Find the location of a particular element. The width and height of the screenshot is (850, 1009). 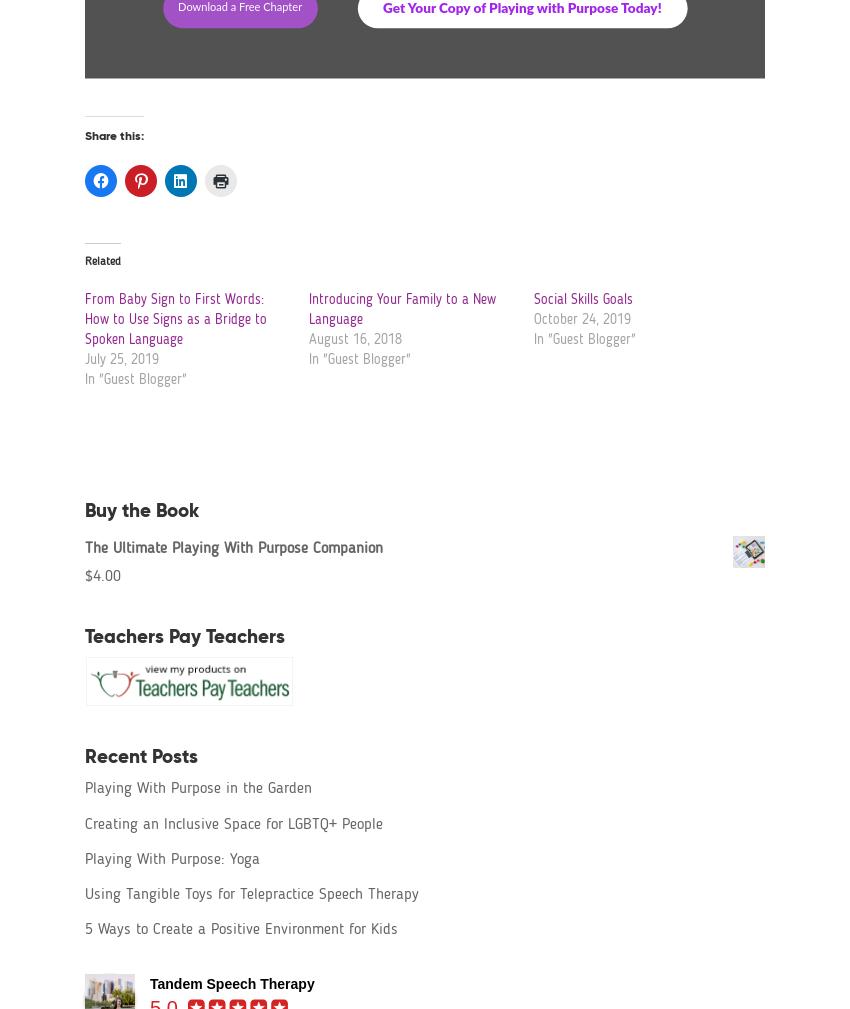

'Get Your Copy of Playing with Purpose Today!' is located at coordinates (520, 6).